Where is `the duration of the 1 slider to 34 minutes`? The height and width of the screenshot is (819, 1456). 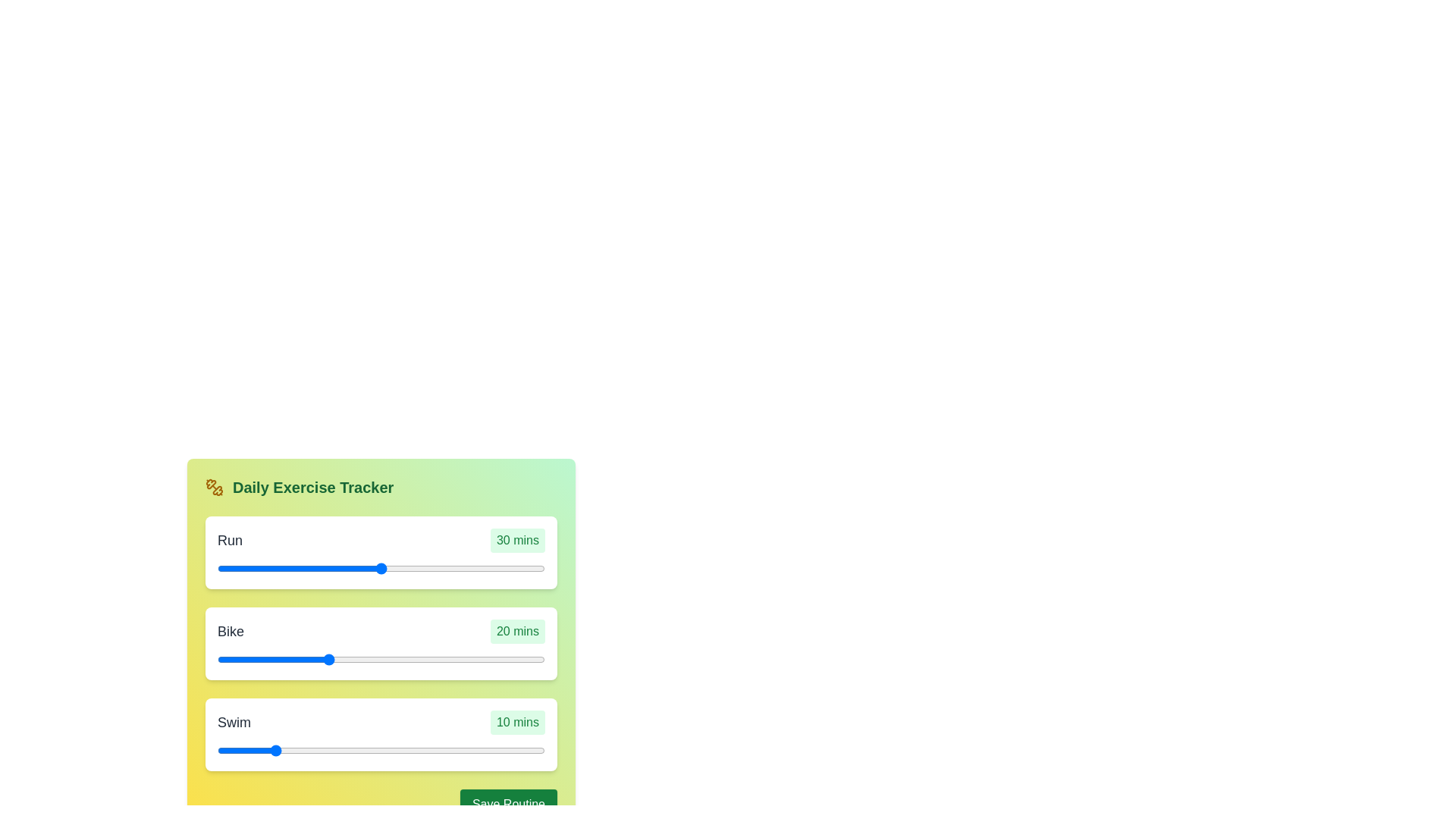 the duration of the 1 slider to 34 minutes is located at coordinates (473, 659).